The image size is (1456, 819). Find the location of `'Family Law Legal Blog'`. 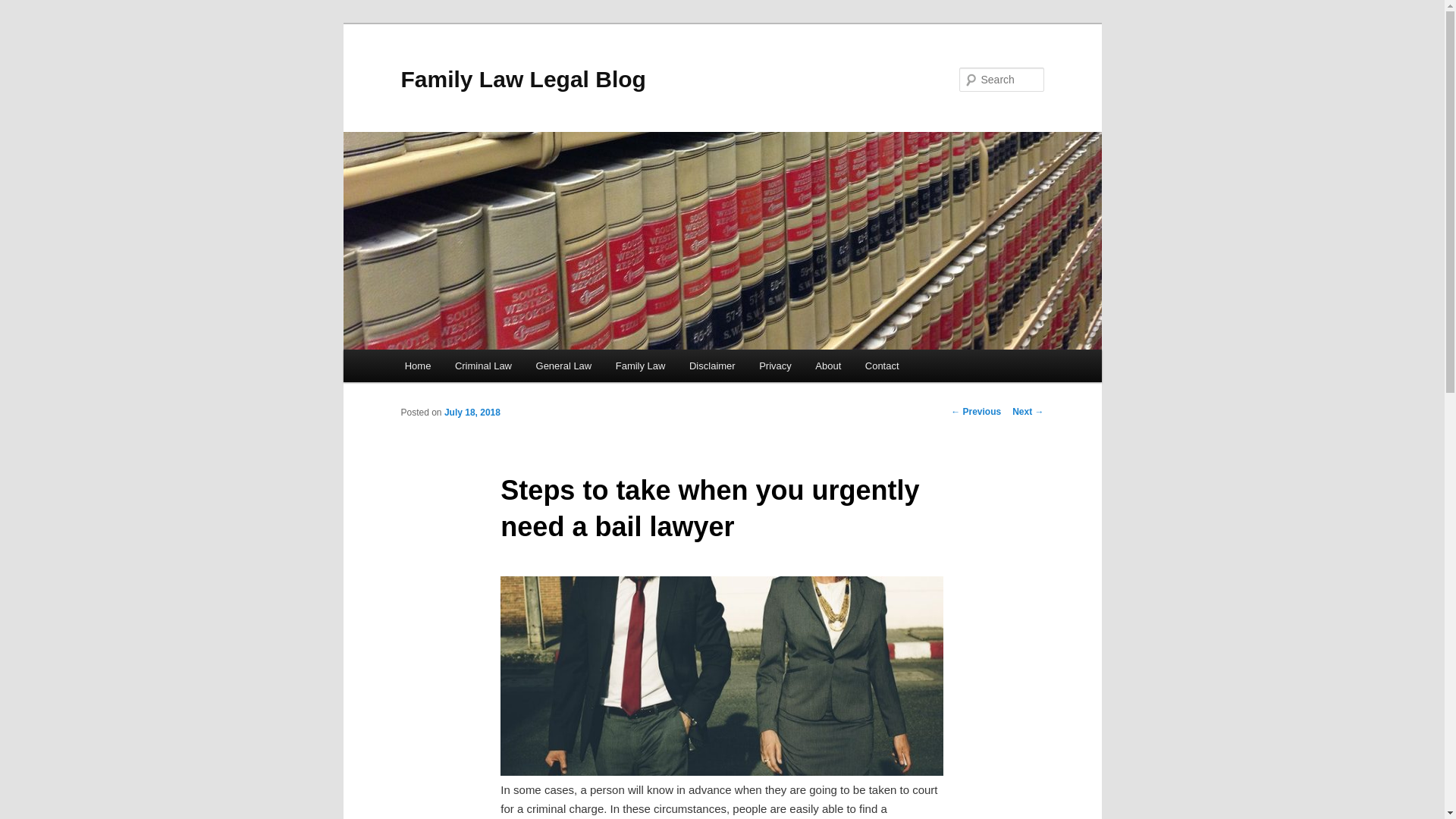

'Family Law Legal Blog' is located at coordinates (522, 79).